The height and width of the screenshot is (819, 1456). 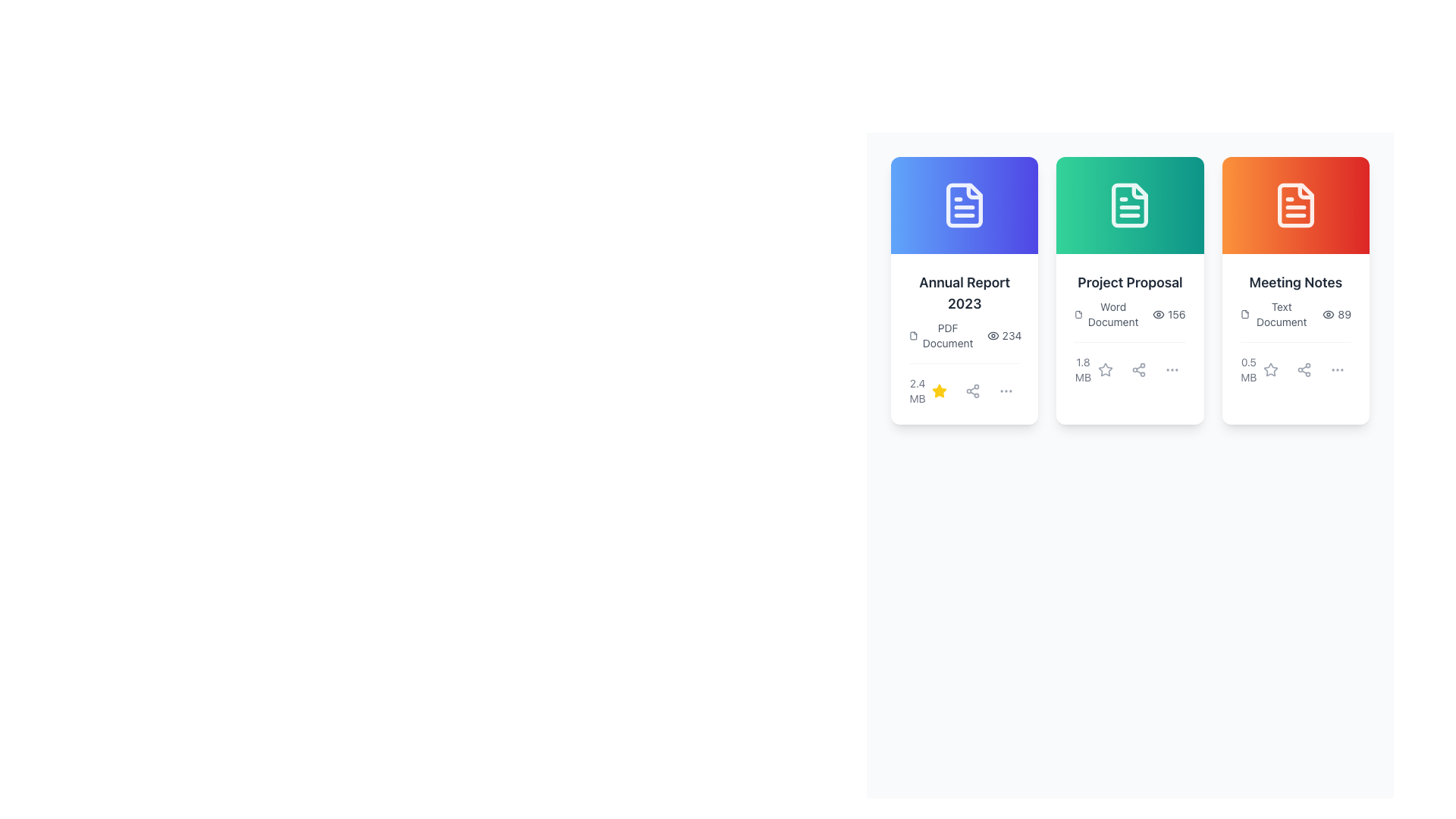 I want to click on the informational display showing 'Text Document 89' with an eye icon in the 'Meeting Notes' card, so click(x=1294, y=314).